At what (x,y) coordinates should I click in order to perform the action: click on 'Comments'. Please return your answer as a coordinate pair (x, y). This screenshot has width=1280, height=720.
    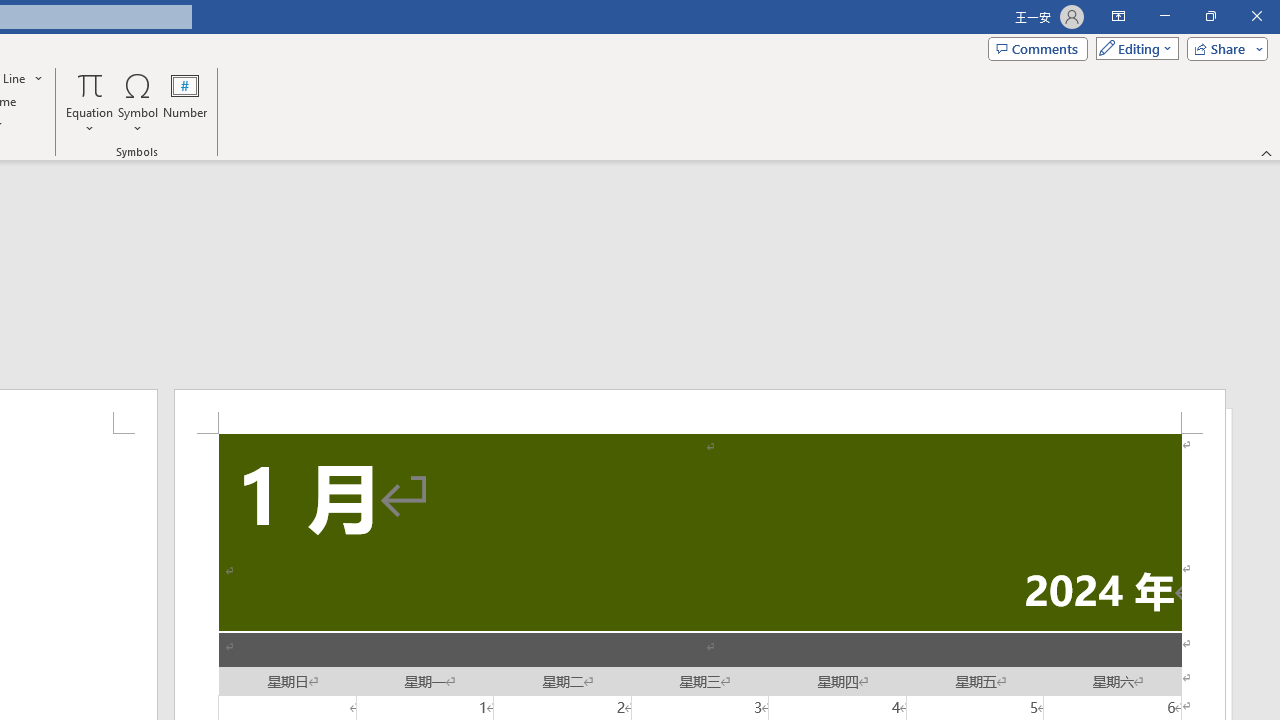
    Looking at the image, I should click on (1038, 47).